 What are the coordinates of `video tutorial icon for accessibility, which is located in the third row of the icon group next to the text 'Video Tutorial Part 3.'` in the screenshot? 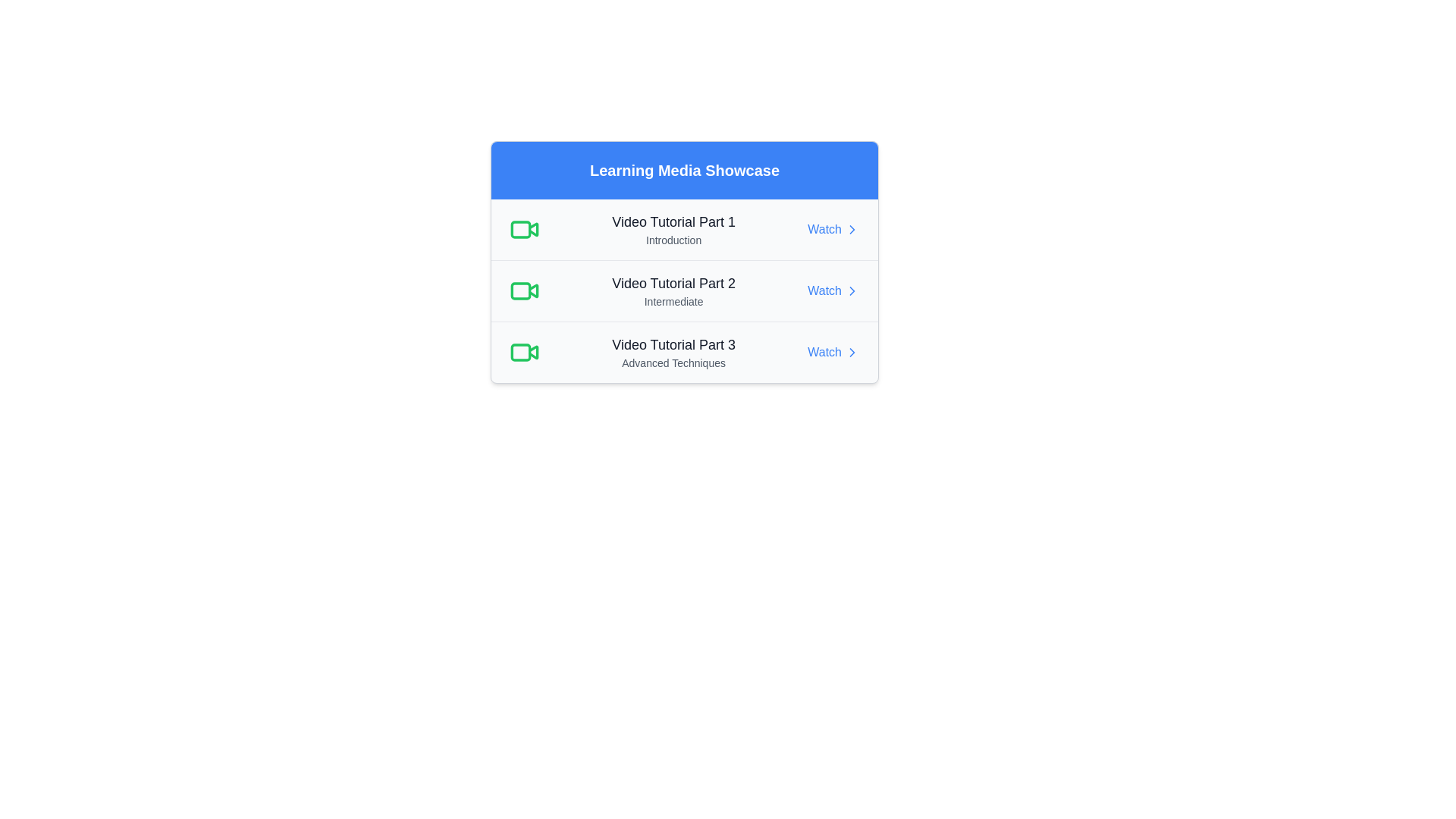 It's located at (520, 353).